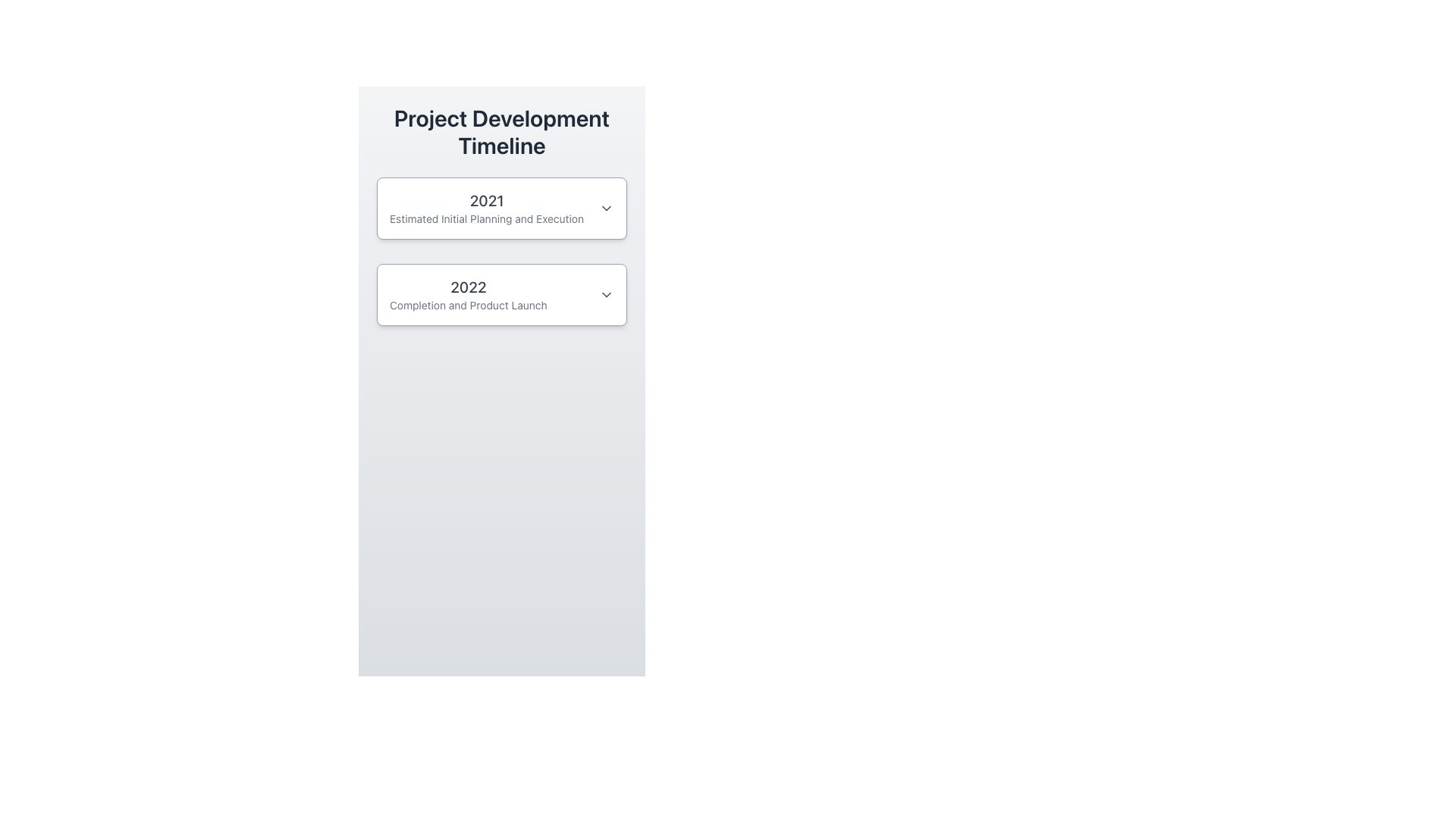  What do you see at coordinates (502, 295) in the screenshot?
I see `the down arrow of the collapsible section for the year 2022` at bounding box center [502, 295].